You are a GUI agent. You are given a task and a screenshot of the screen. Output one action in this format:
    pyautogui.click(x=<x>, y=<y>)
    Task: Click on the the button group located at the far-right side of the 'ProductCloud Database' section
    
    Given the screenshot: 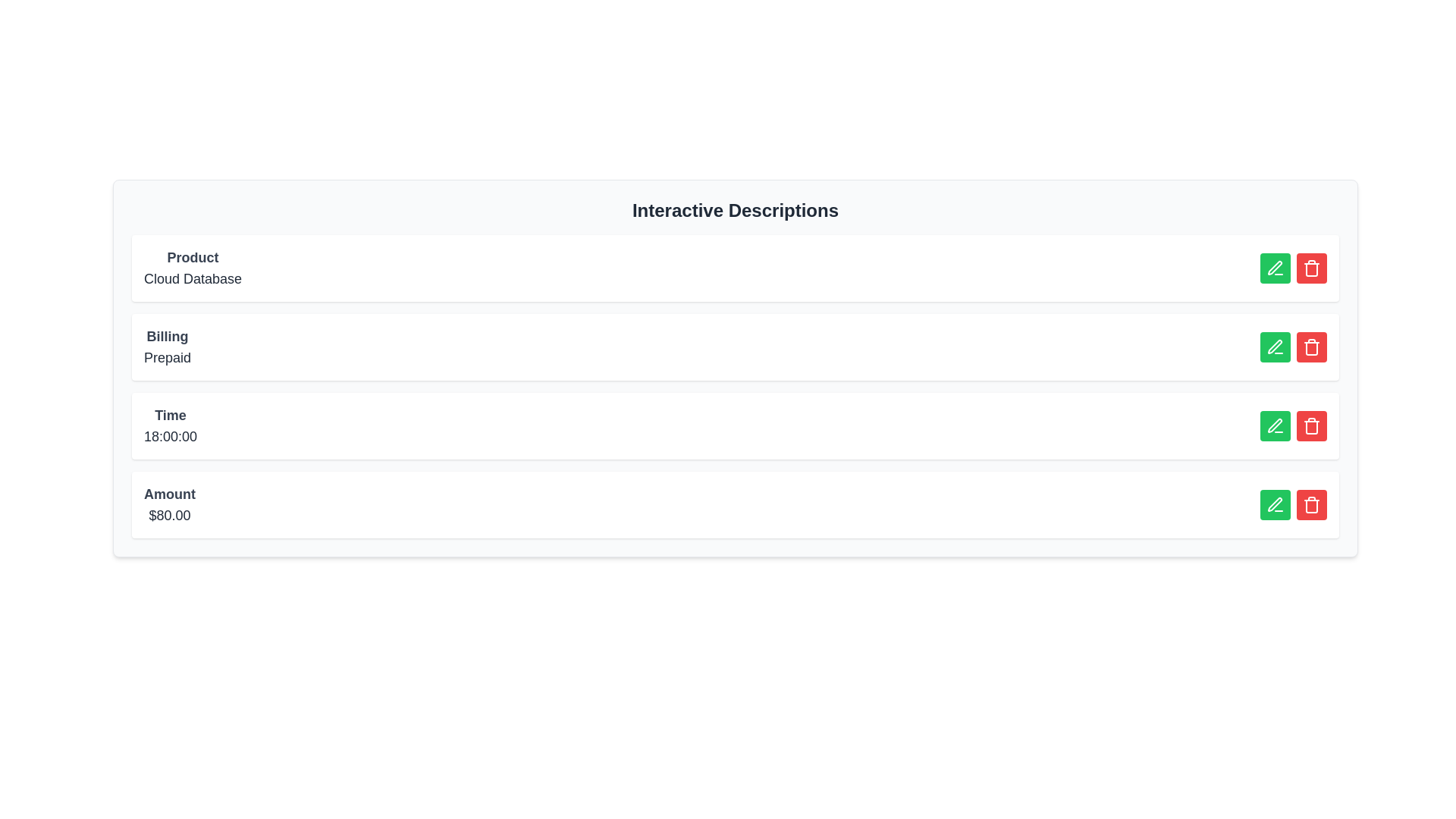 What is the action you would take?
    pyautogui.click(x=1292, y=268)
    